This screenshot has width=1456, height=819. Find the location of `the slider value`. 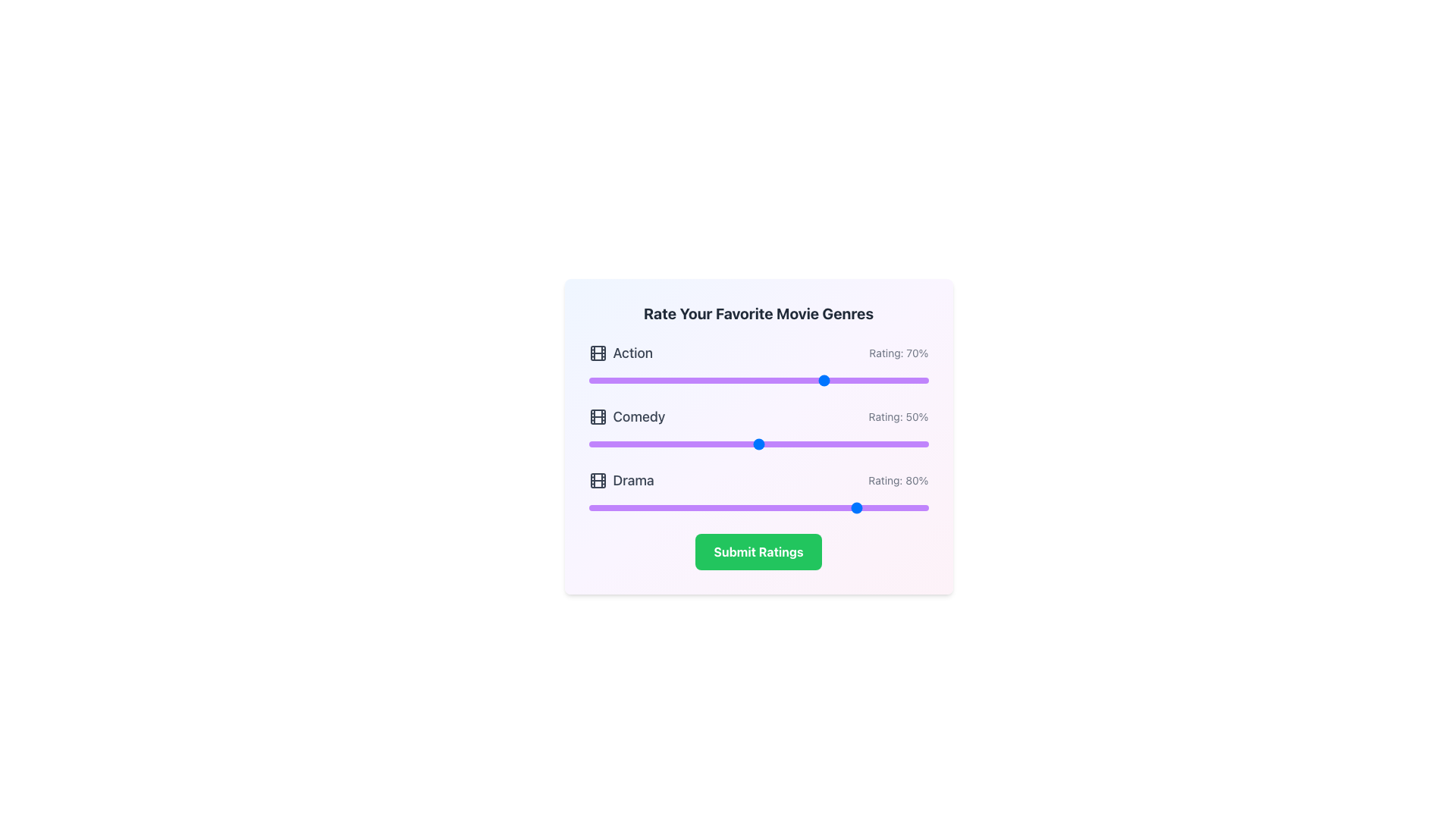

the slider value is located at coordinates (755, 508).